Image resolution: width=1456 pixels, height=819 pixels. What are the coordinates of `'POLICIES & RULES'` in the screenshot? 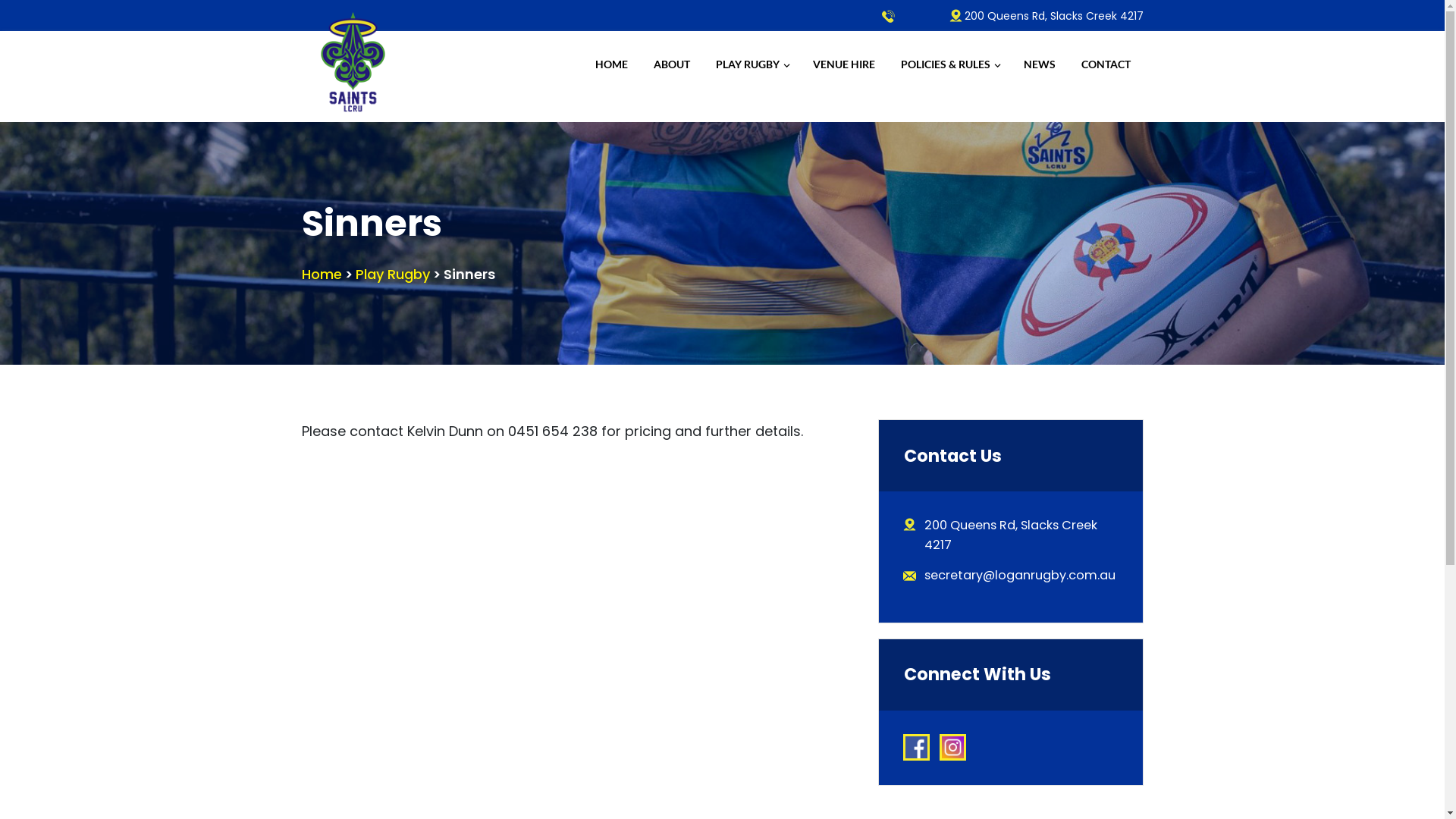 It's located at (948, 63).